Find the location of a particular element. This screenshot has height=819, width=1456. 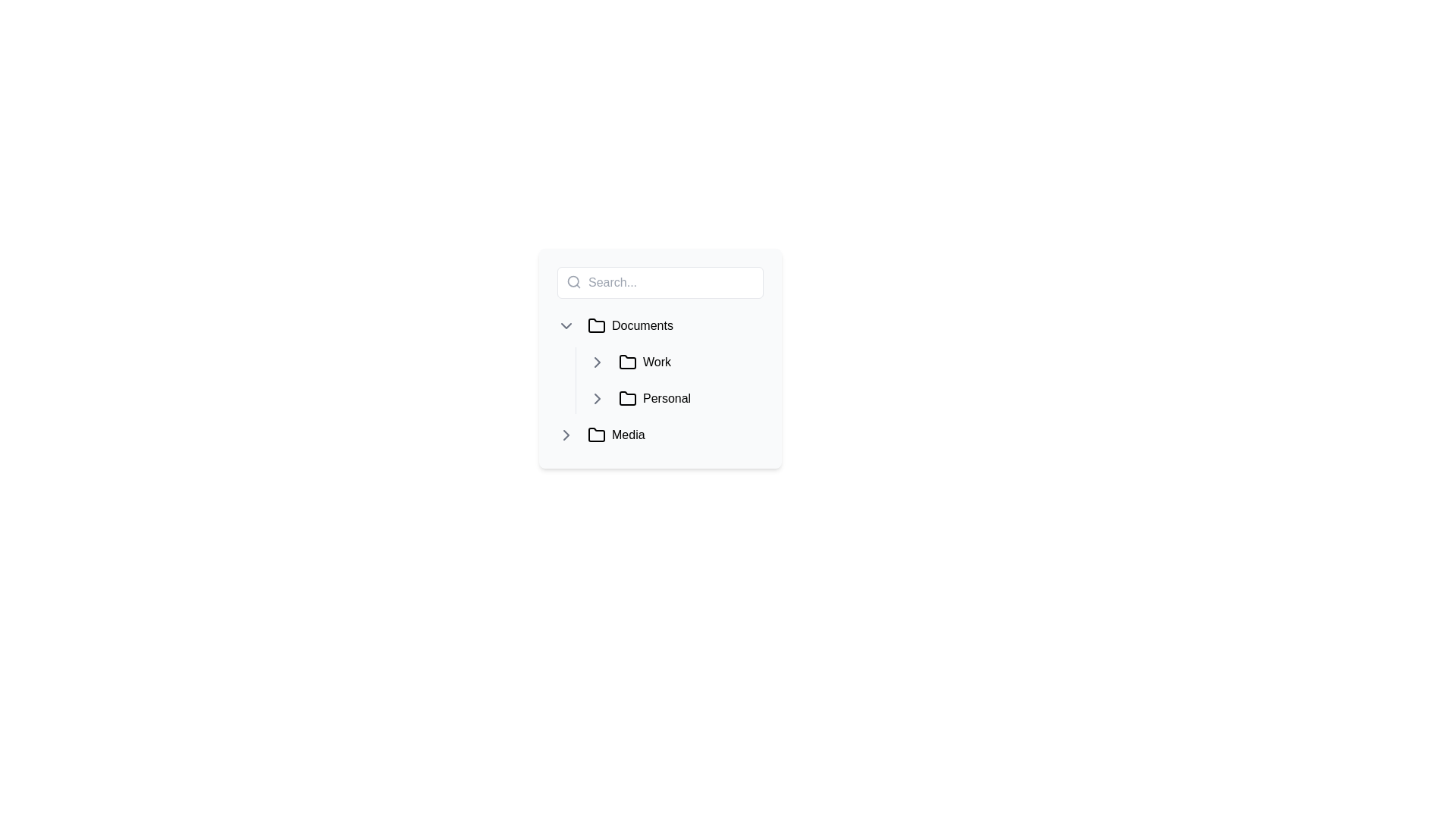

the folder icon representing the 'Media' directory is located at coordinates (596, 435).